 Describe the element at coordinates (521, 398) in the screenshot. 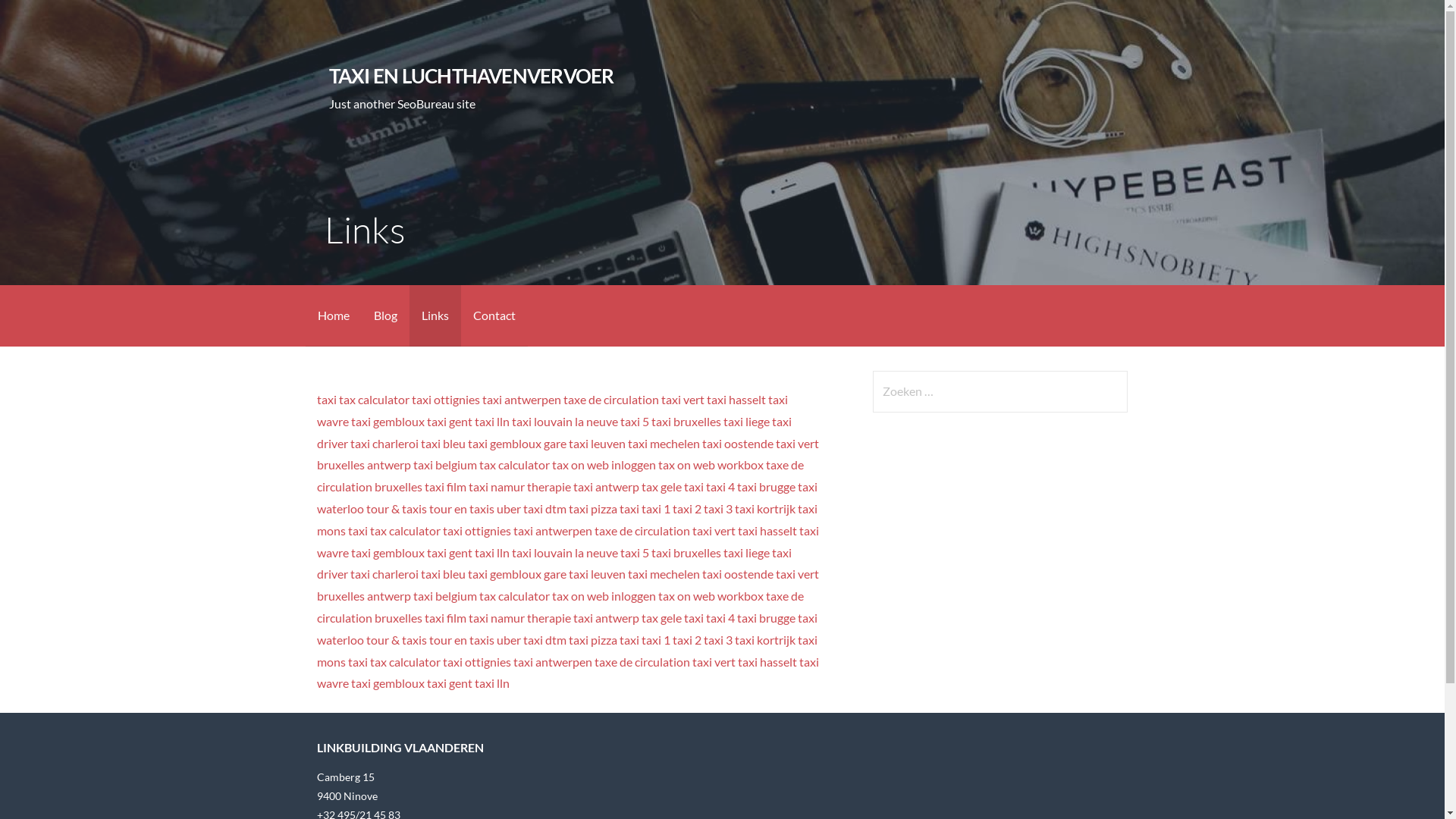

I see `'taxi antwerpen'` at that location.